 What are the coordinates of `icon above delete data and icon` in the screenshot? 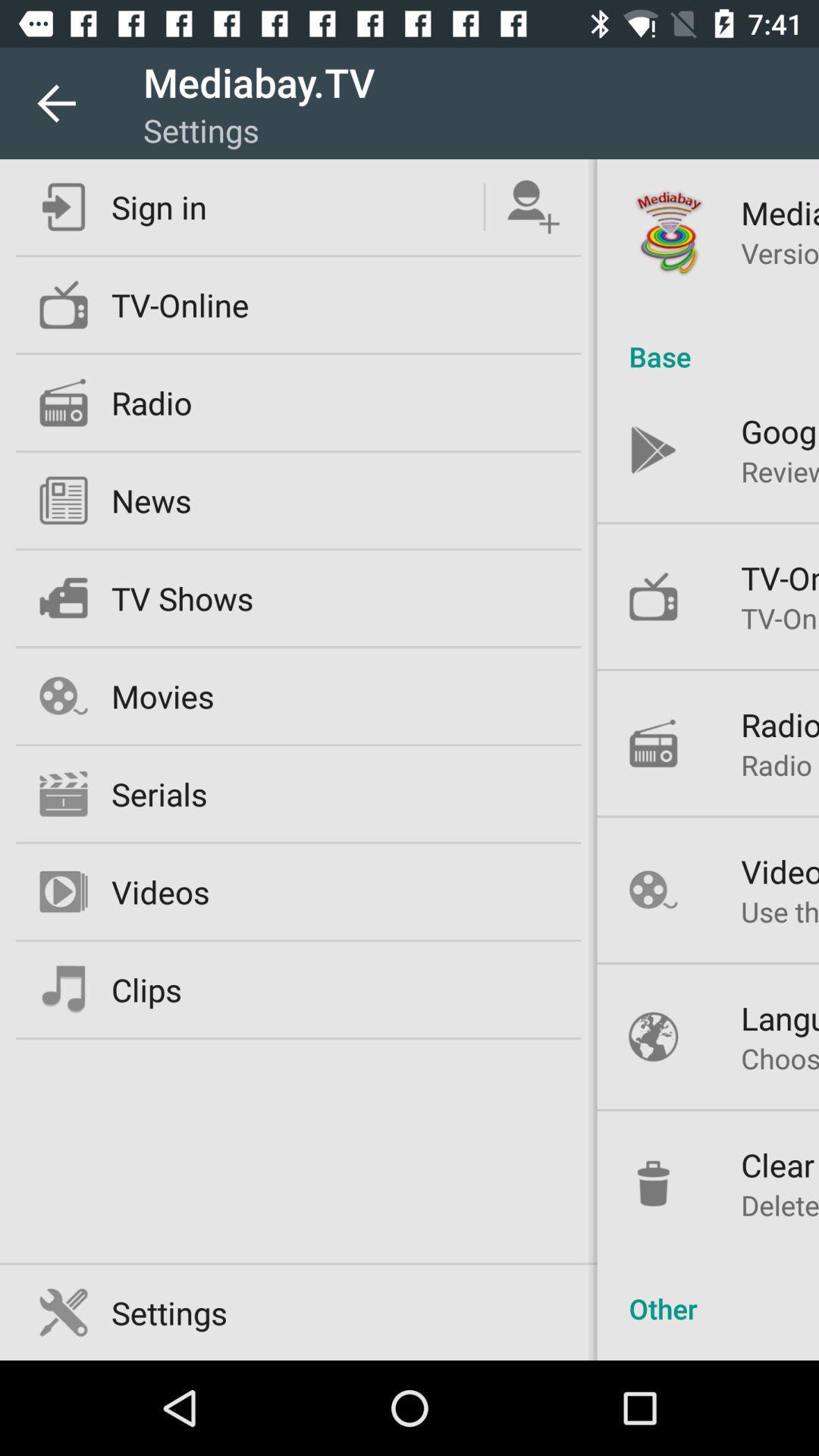 It's located at (780, 1164).